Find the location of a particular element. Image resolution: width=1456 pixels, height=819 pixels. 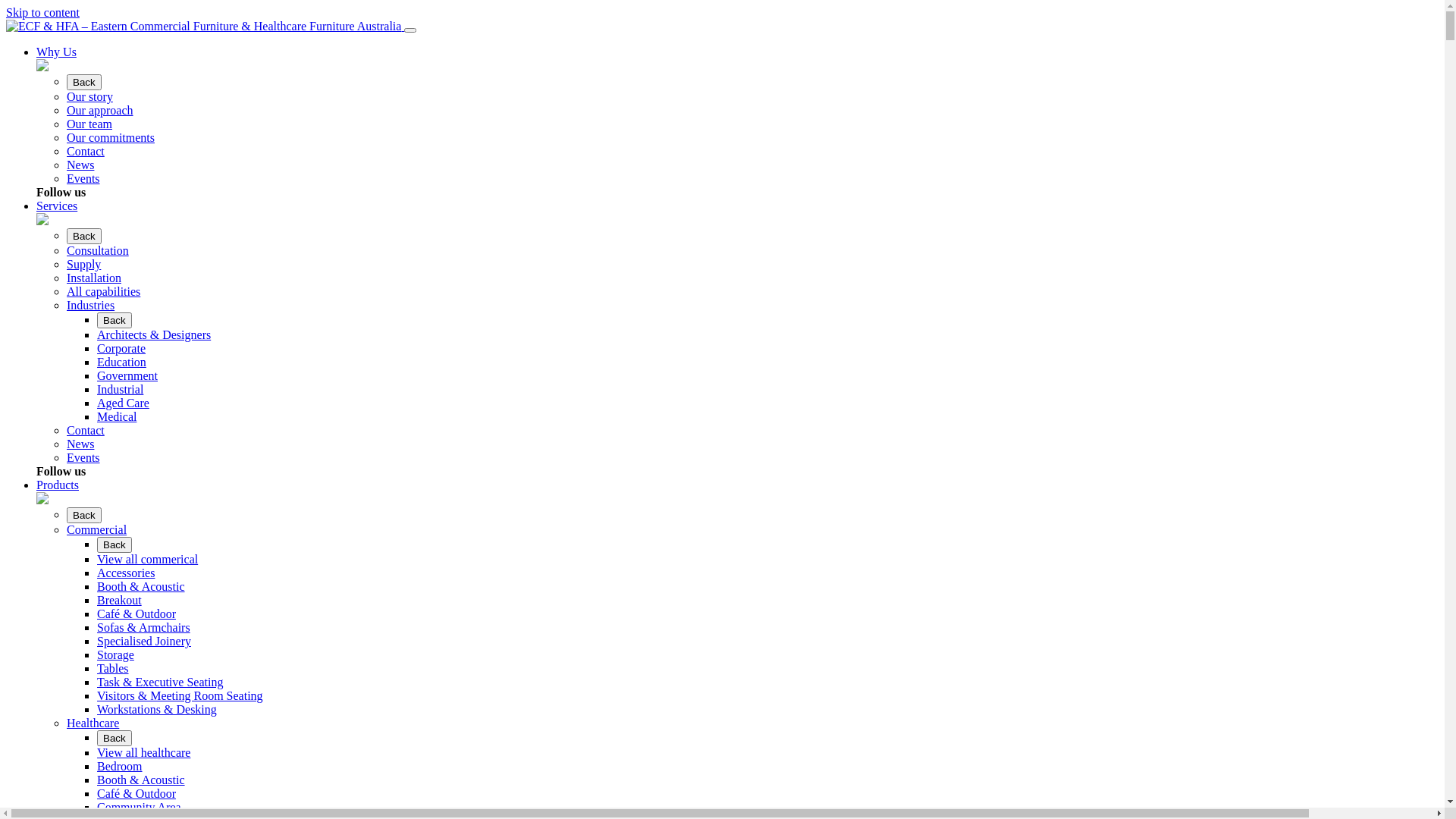

'Products' is located at coordinates (58, 485).